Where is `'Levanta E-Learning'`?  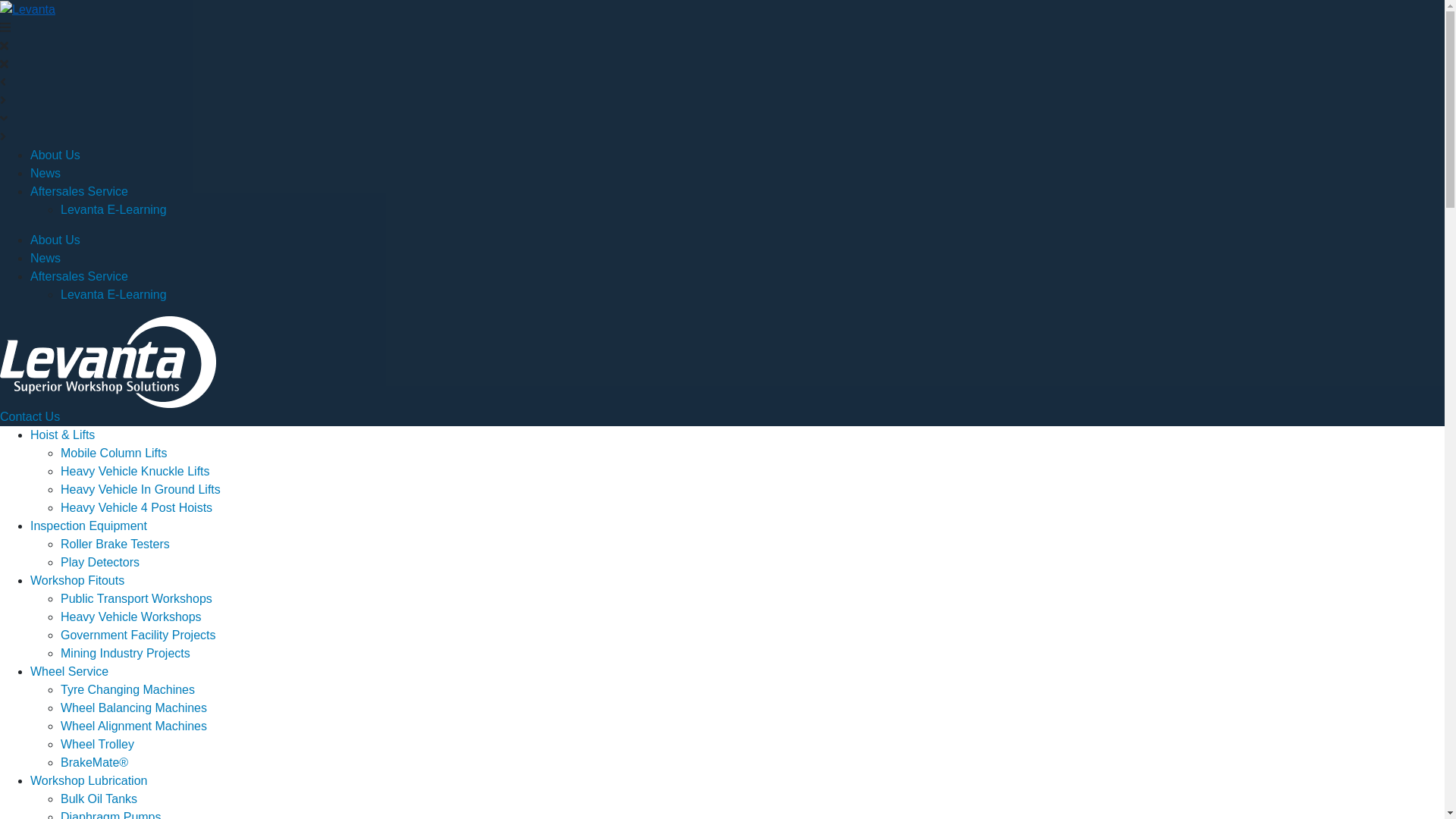
'Levanta E-Learning' is located at coordinates (61, 294).